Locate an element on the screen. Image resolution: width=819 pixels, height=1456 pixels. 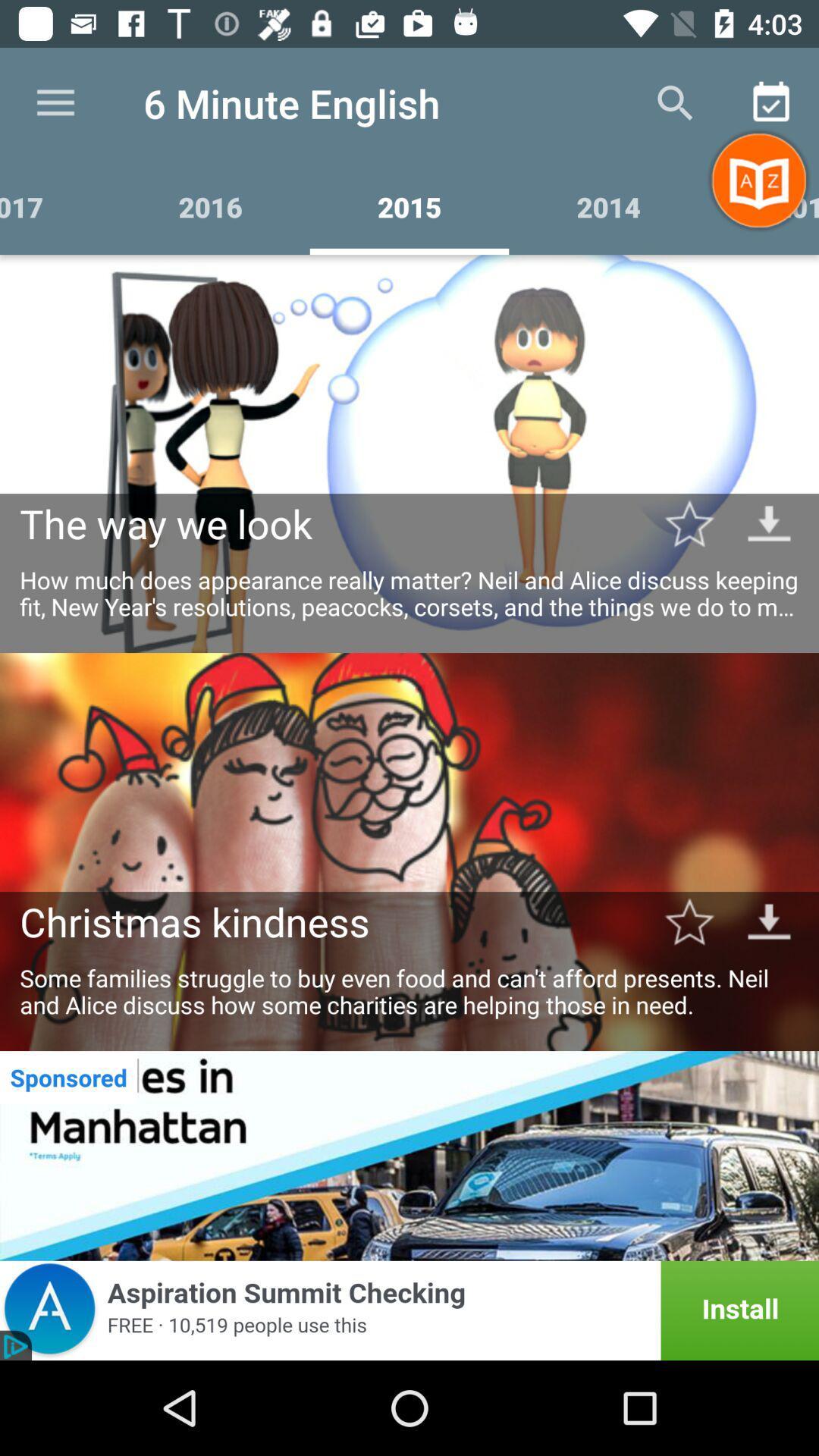
install this is located at coordinates (409, 1310).